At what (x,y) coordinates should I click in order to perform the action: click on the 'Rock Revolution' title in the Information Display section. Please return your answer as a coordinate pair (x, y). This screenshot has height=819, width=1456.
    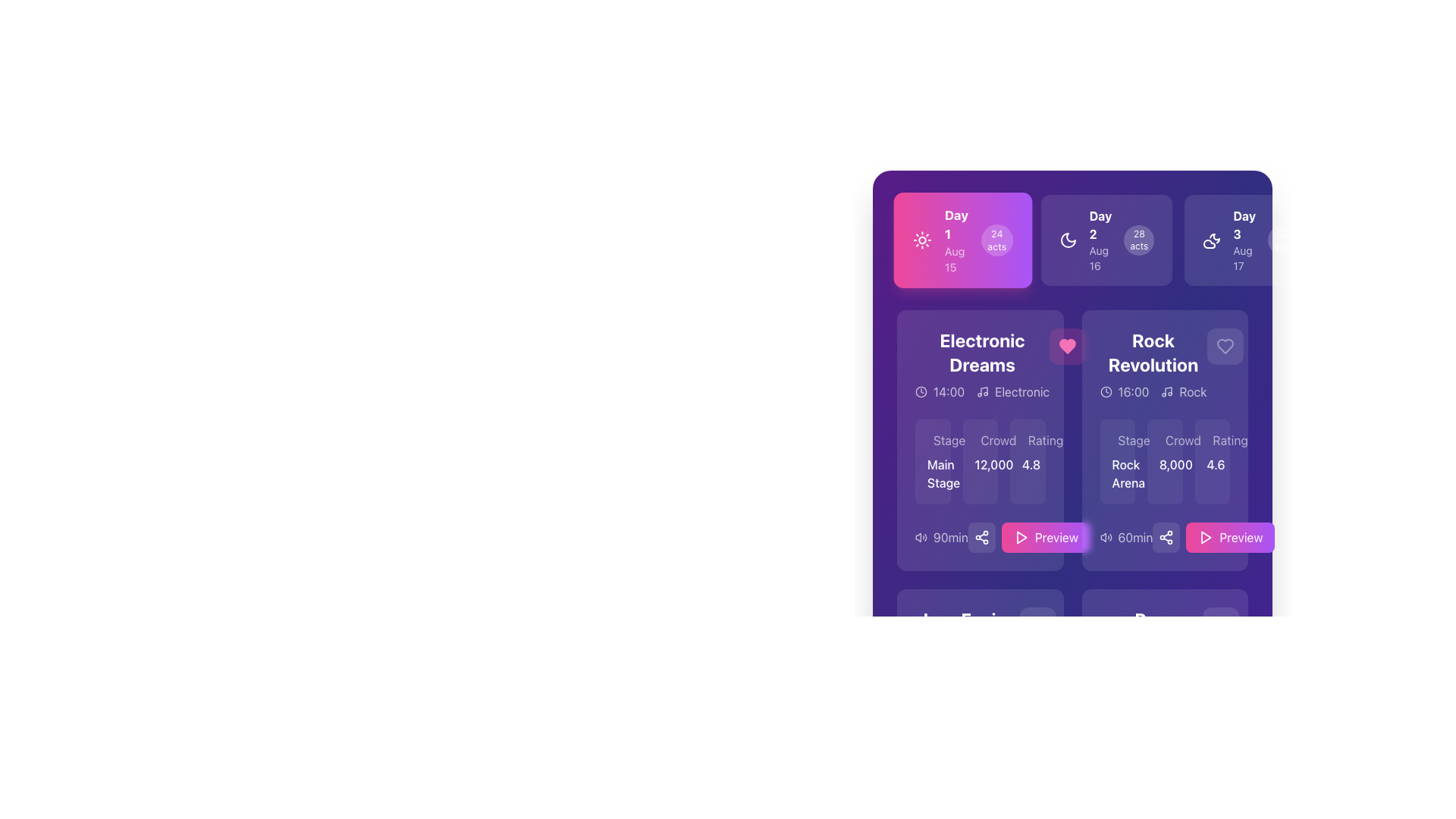
    Looking at the image, I should click on (1153, 365).